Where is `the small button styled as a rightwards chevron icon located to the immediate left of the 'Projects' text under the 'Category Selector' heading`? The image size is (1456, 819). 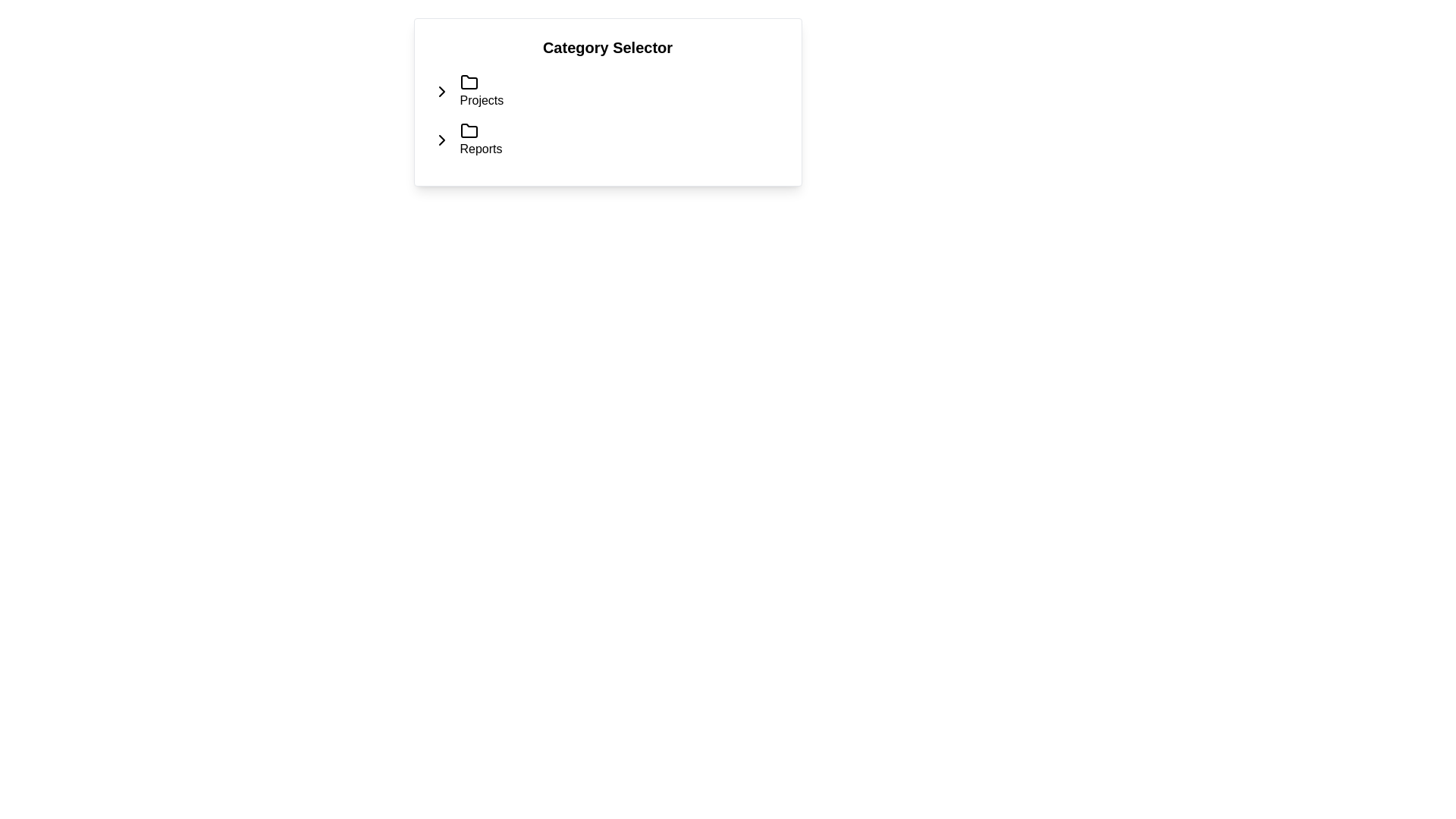
the small button styled as a rightwards chevron icon located to the immediate left of the 'Projects' text under the 'Category Selector' heading is located at coordinates (441, 91).